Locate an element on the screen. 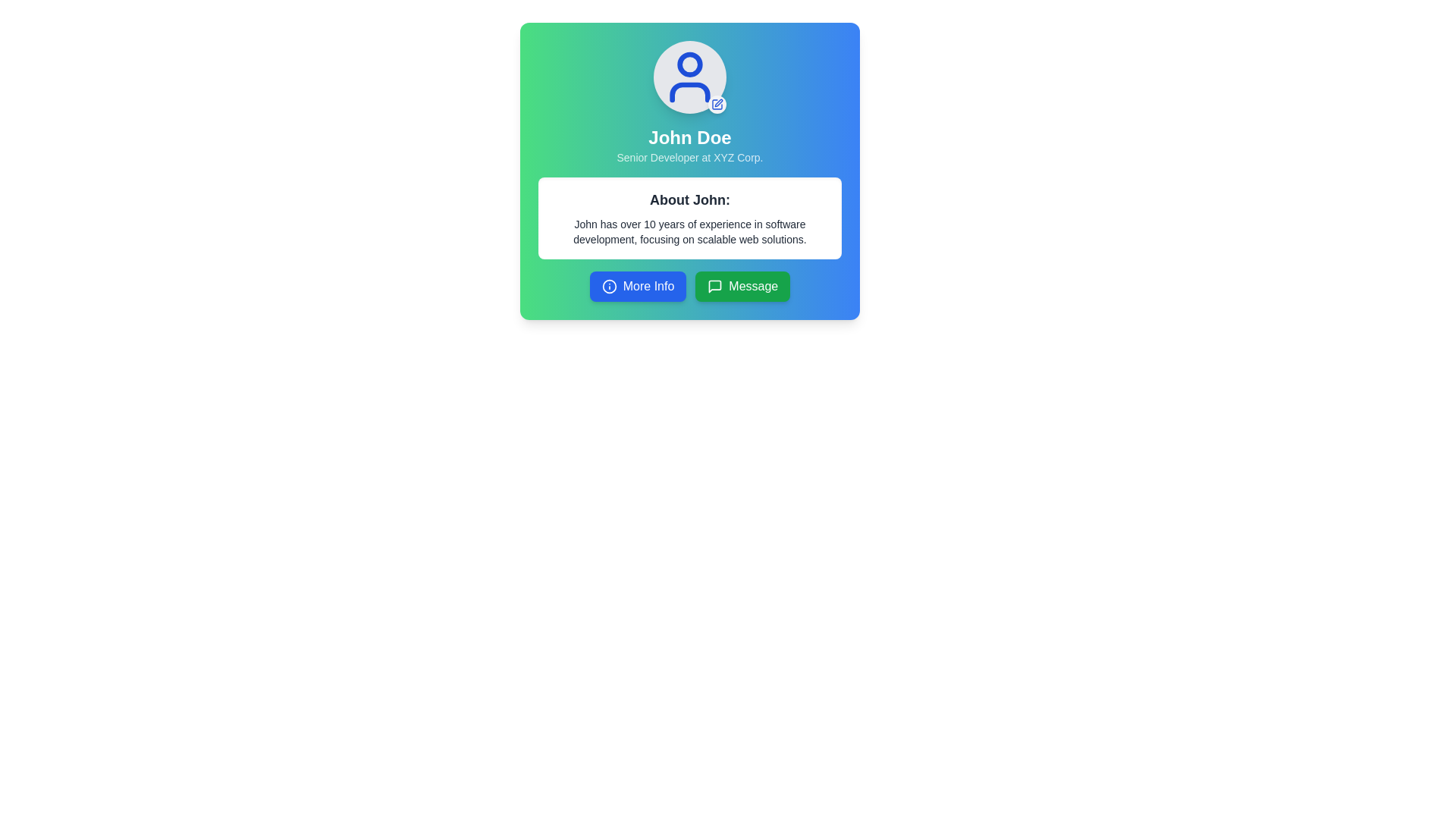 Image resolution: width=1456 pixels, height=819 pixels. the Text Display containing the description about John, which reads: 'John has over 10 years of experience in software development, focusing on scalable web solutions.' This element is styled with a smaller font size and is positioned below the header 'About John:' is located at coordinates (689, 231).